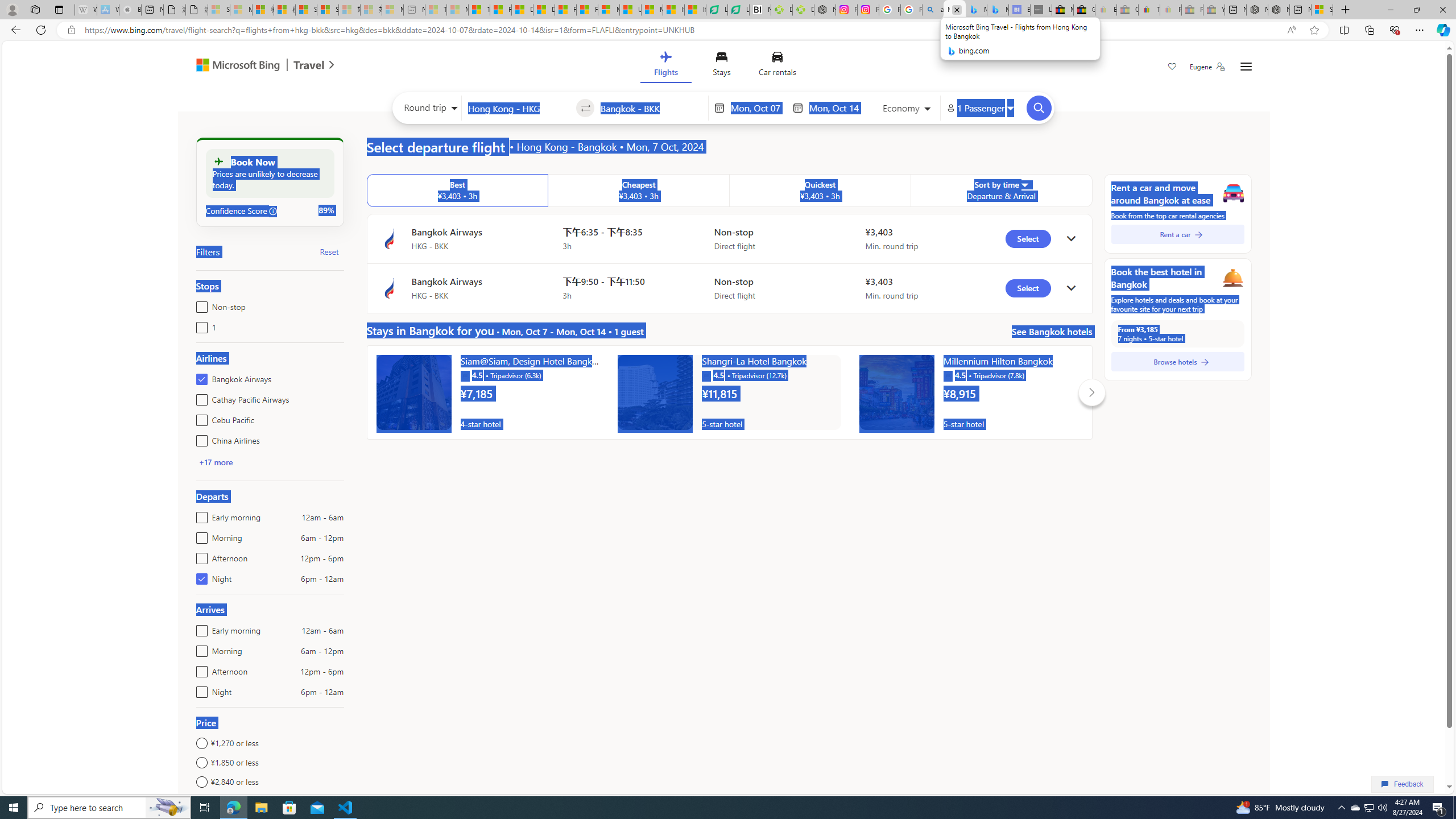 This screenshot has width=1456, height=819. What do you see at coordinates (1177, 233) in the screenshot?
I see `'Rent a car'` at bounding box center [1177, 233].